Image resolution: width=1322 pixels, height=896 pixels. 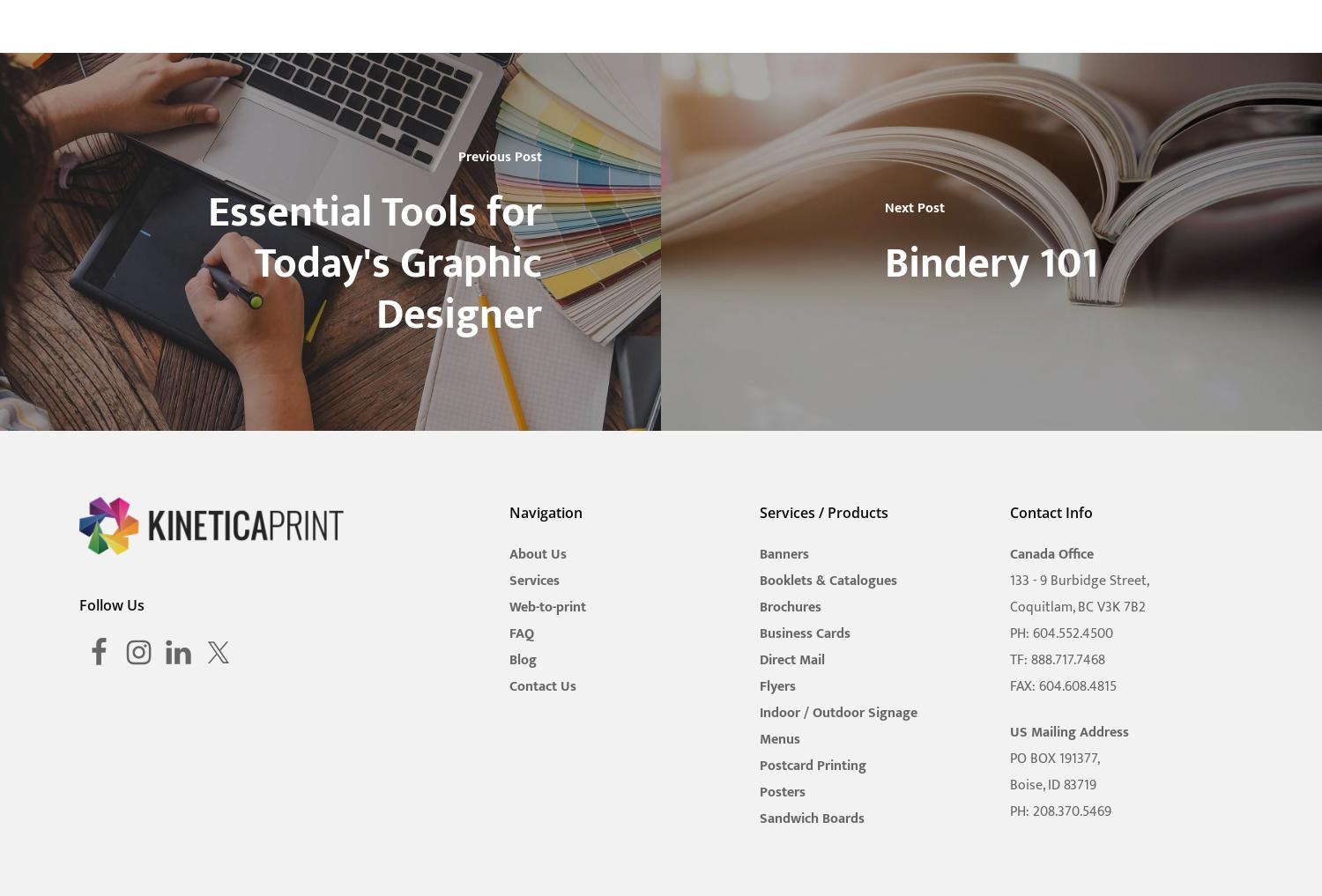 I want to click on 'Next Post', so click(x=884, y=207).